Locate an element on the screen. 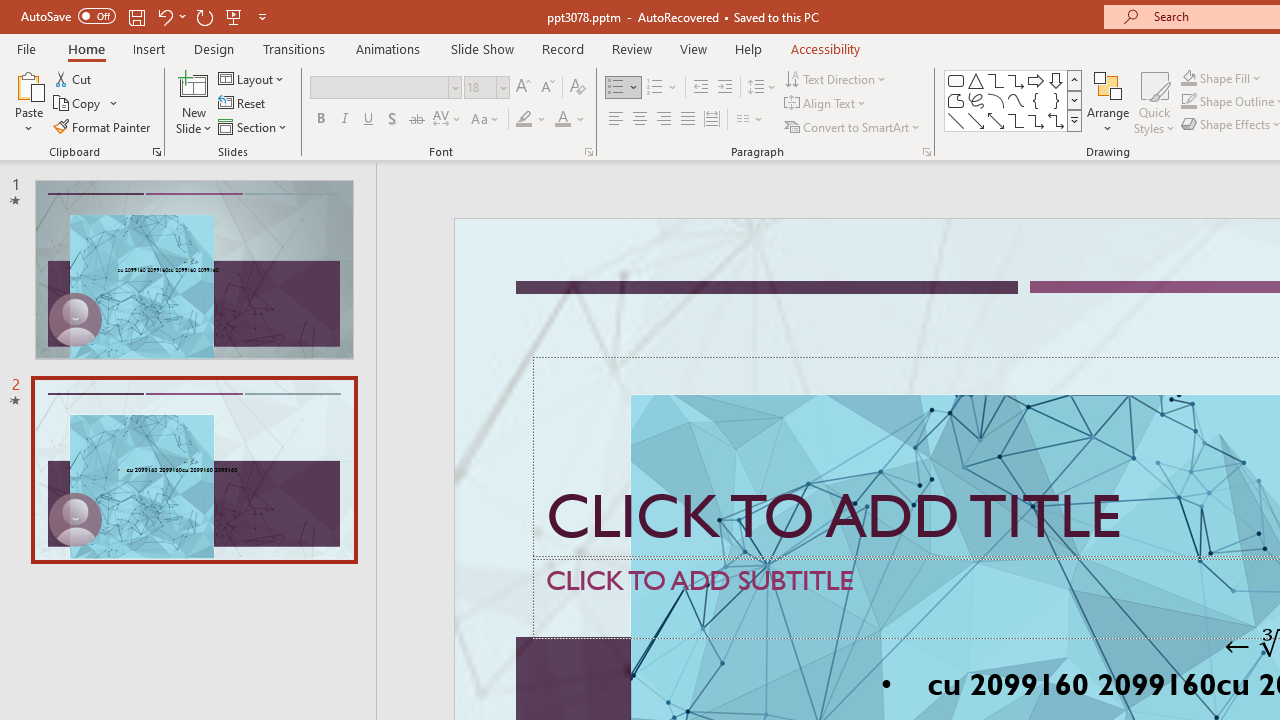  'Change Case' is located at coordinates (486, 119).